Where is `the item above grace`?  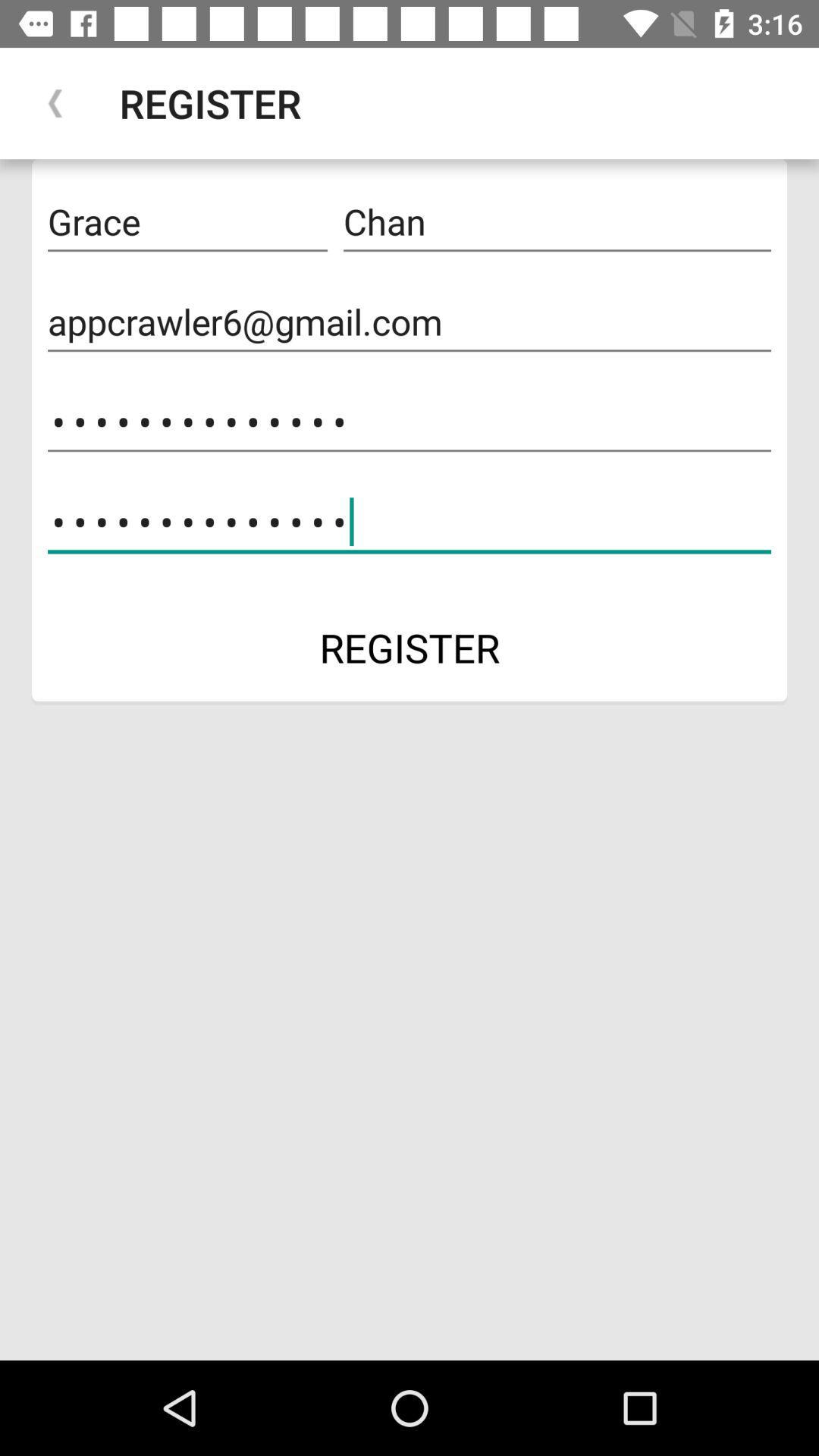 the item above grace is located at coordinates (55, 102).